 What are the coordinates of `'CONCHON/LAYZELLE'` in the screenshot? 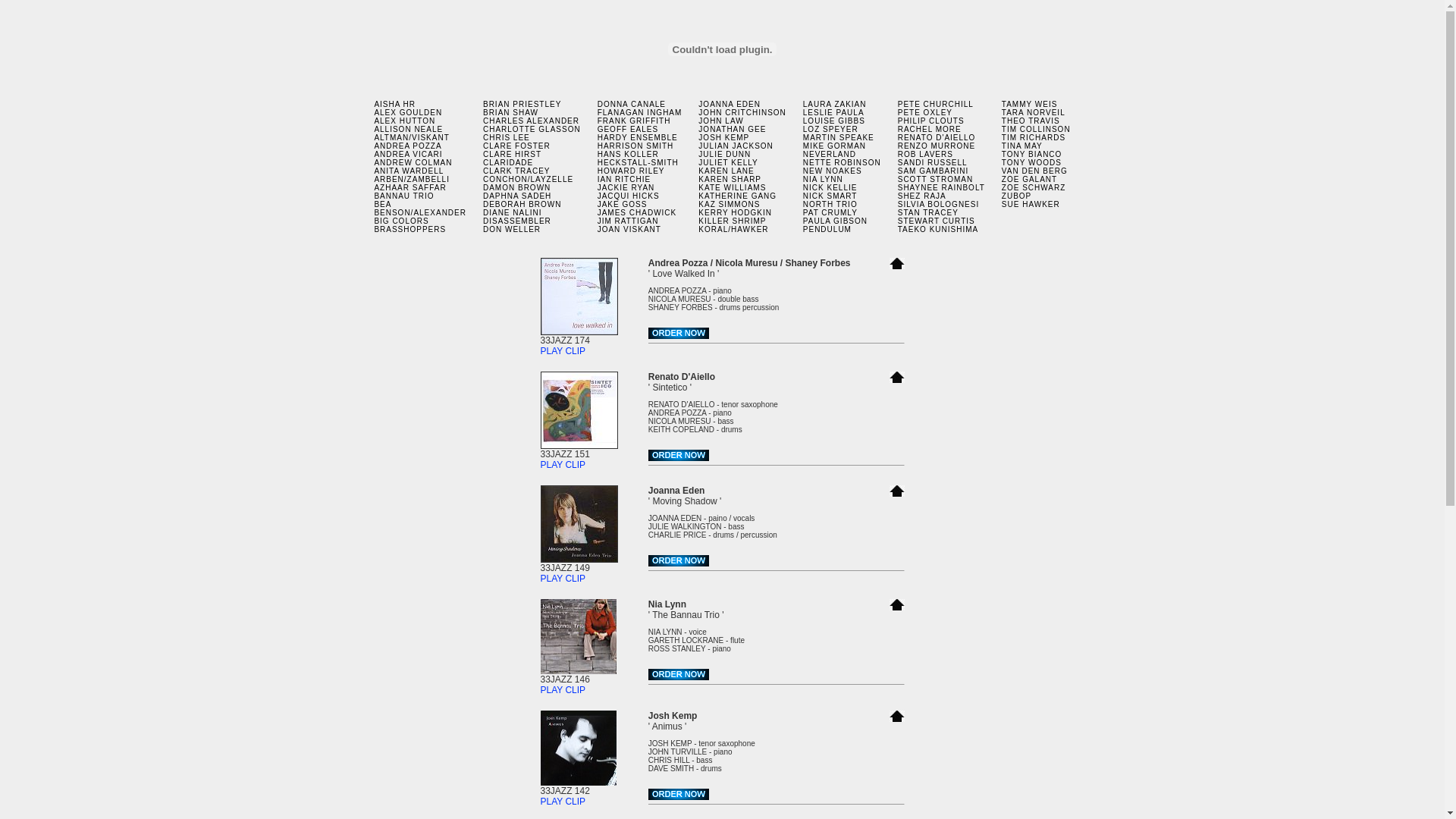 It's located at (482, 178).